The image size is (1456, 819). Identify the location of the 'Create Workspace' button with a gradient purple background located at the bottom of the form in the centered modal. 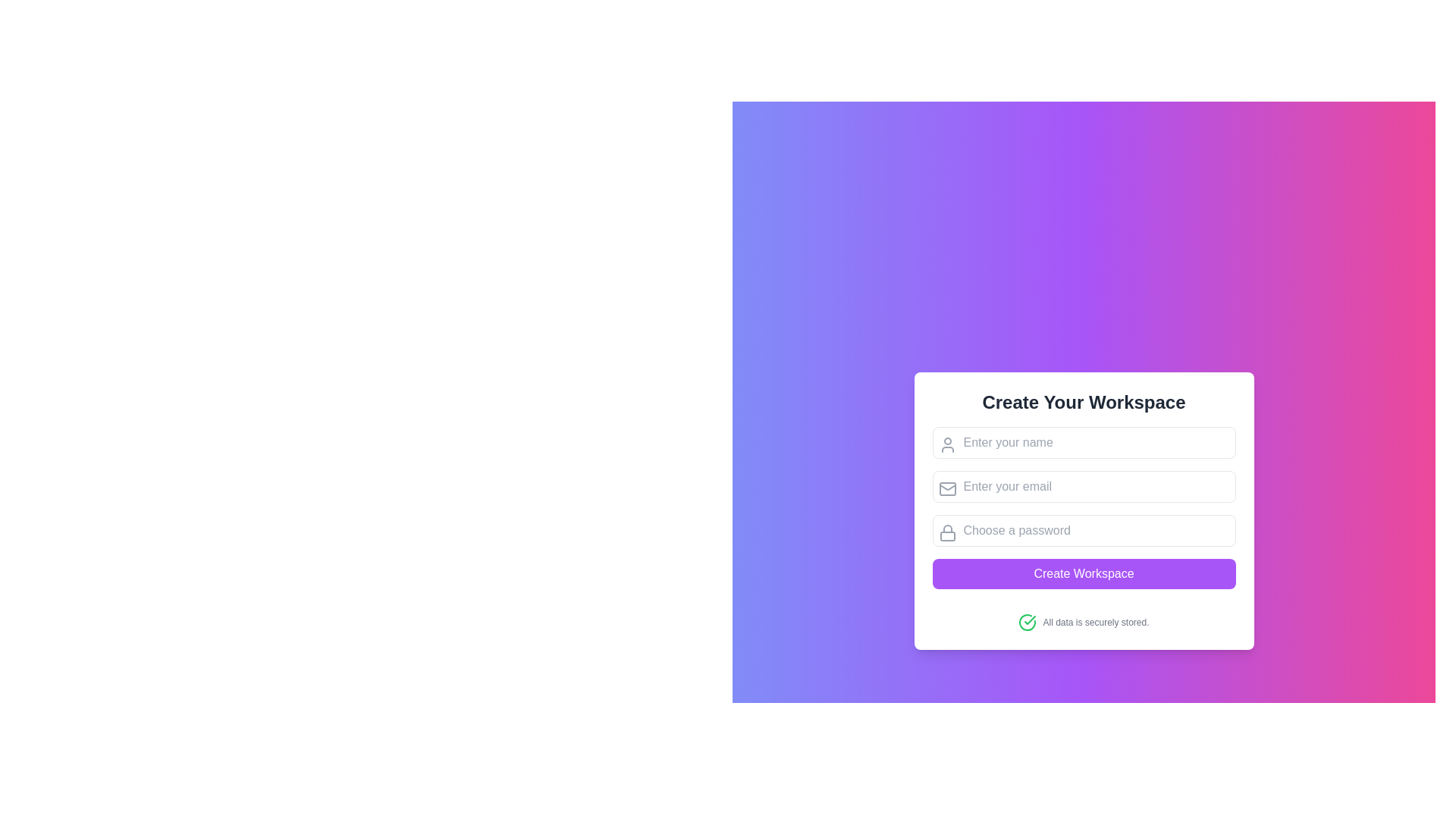
(1083, 573).